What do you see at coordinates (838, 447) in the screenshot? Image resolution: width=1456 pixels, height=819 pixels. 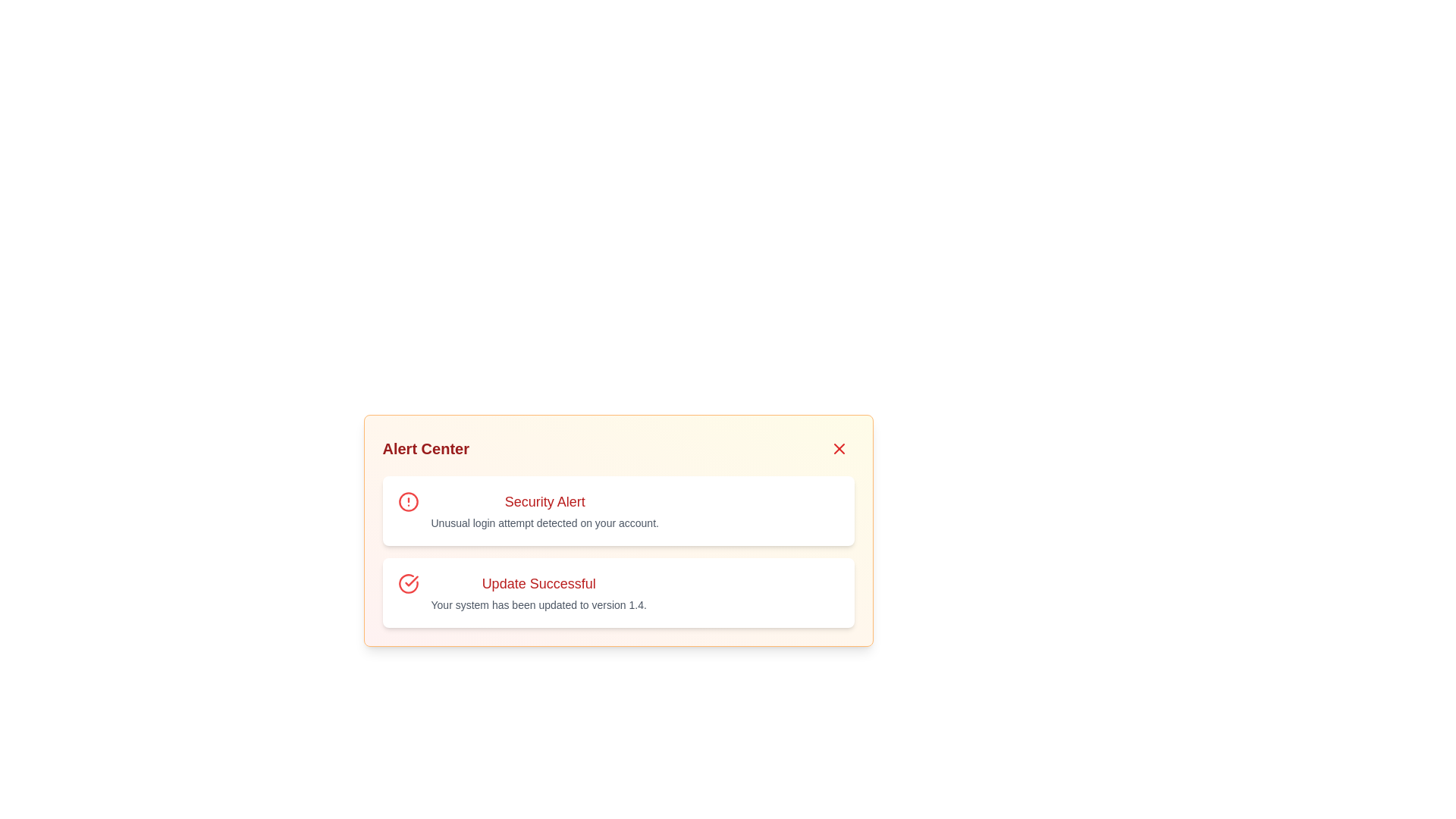 I see `the close button located at the top-right corner of the 'Alert Center' UI module` at bounding box center [838, 447].